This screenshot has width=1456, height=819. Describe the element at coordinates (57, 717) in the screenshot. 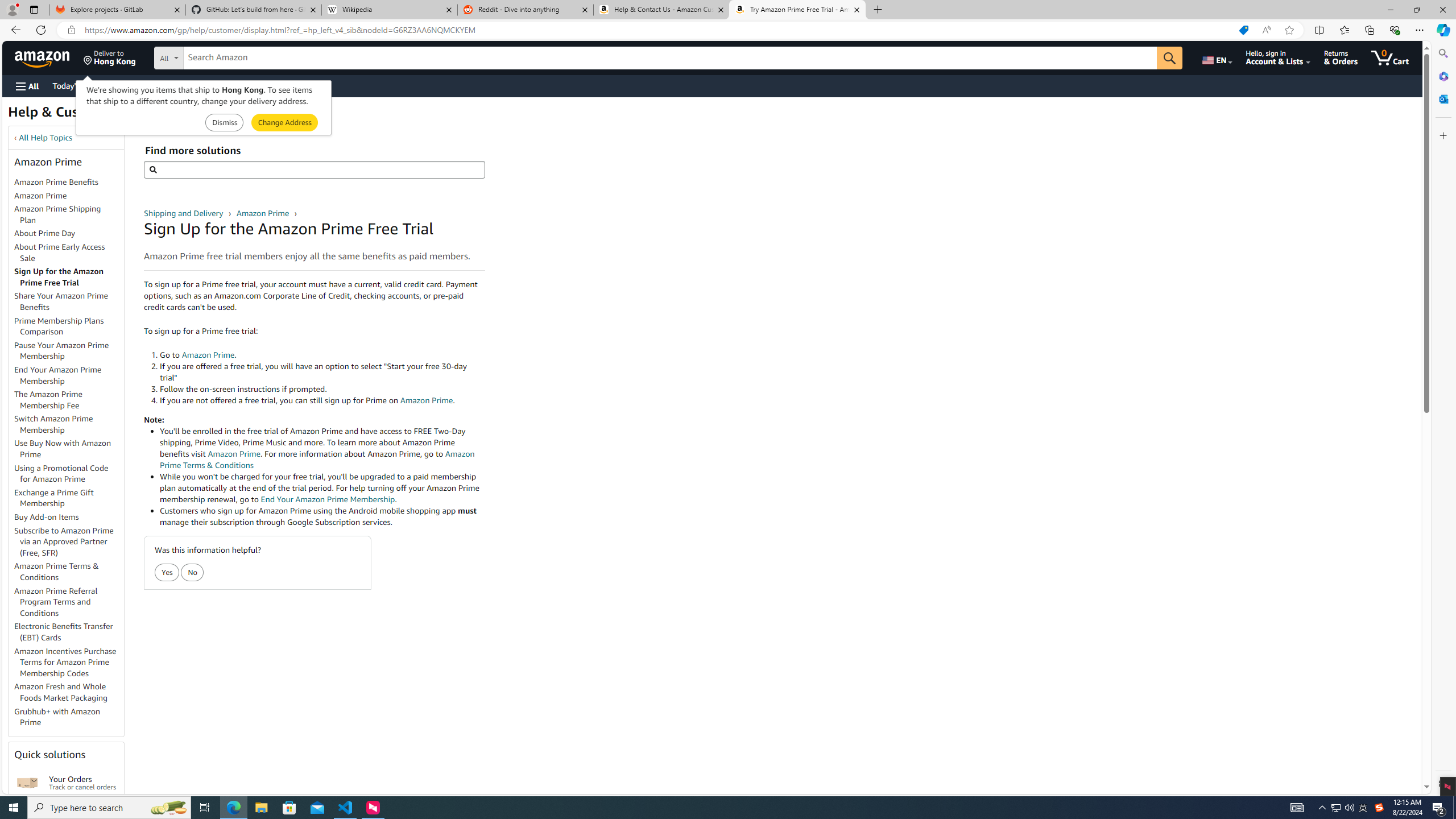

I see `'Grubhub+ with Amazon Prime'` at that location.